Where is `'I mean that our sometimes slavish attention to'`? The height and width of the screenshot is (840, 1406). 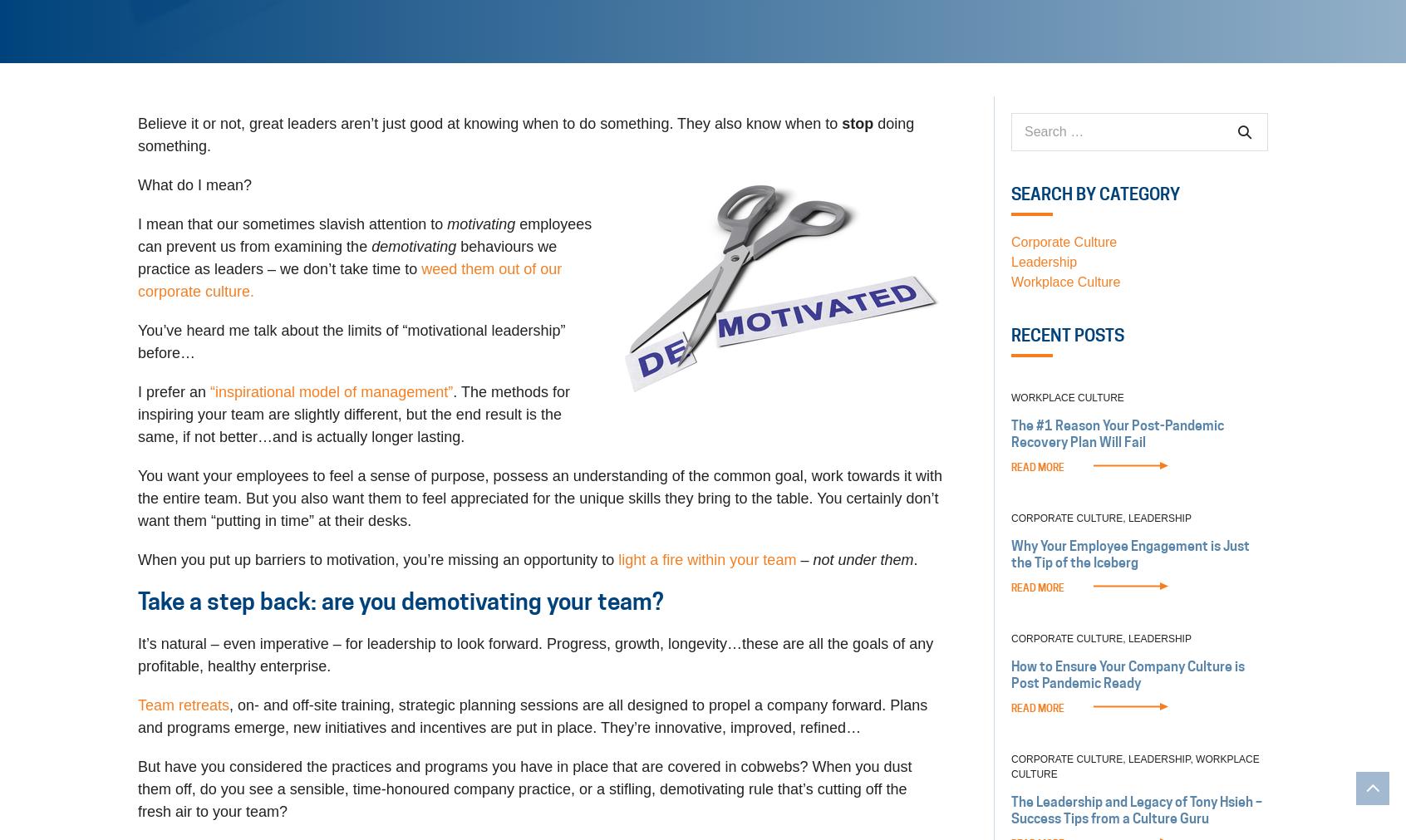 'I mean that our sometimes slavish attention to' is located at coordinates (291, 224).